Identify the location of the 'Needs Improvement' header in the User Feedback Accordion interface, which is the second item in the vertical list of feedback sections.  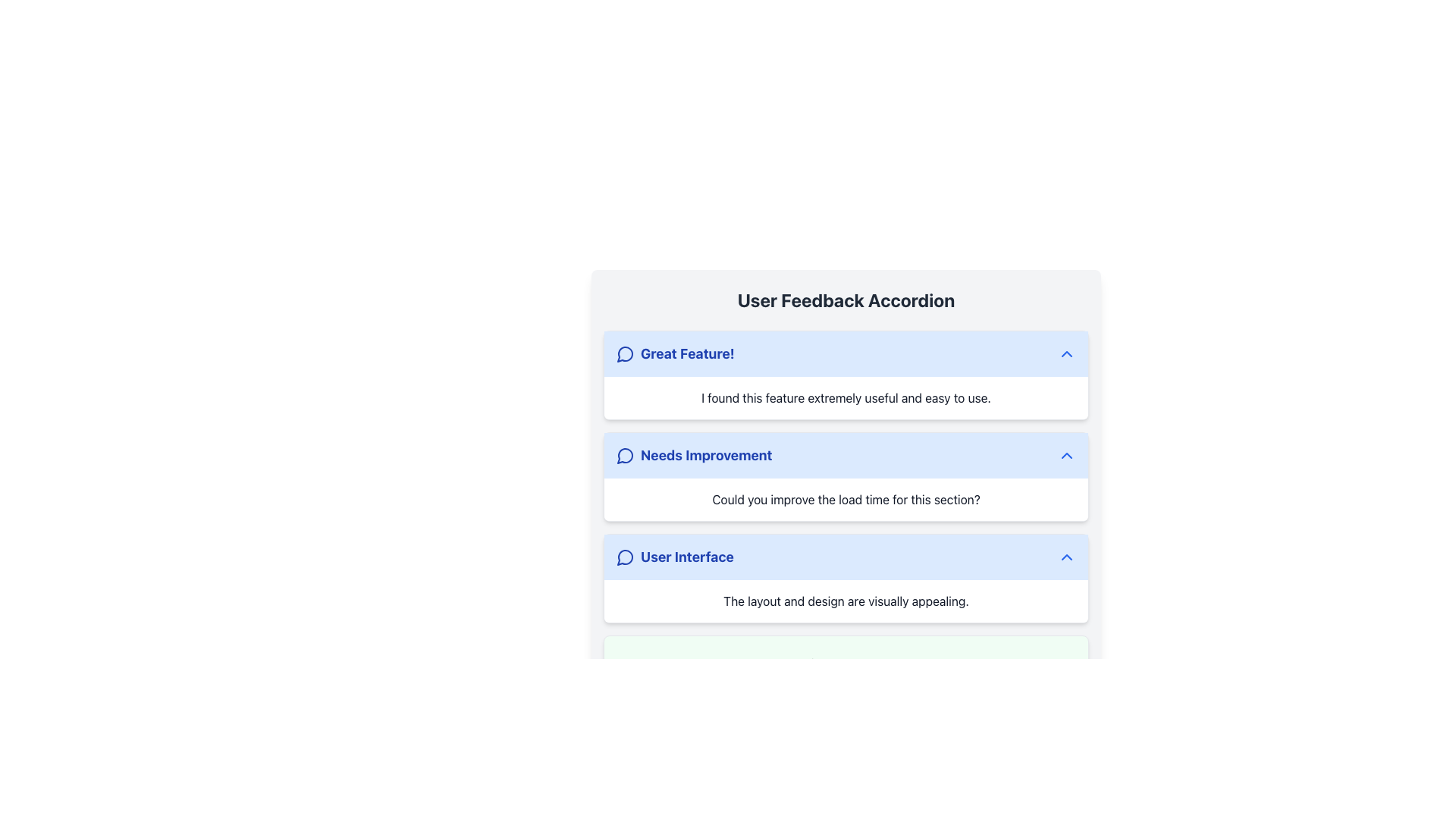
(693, 455).